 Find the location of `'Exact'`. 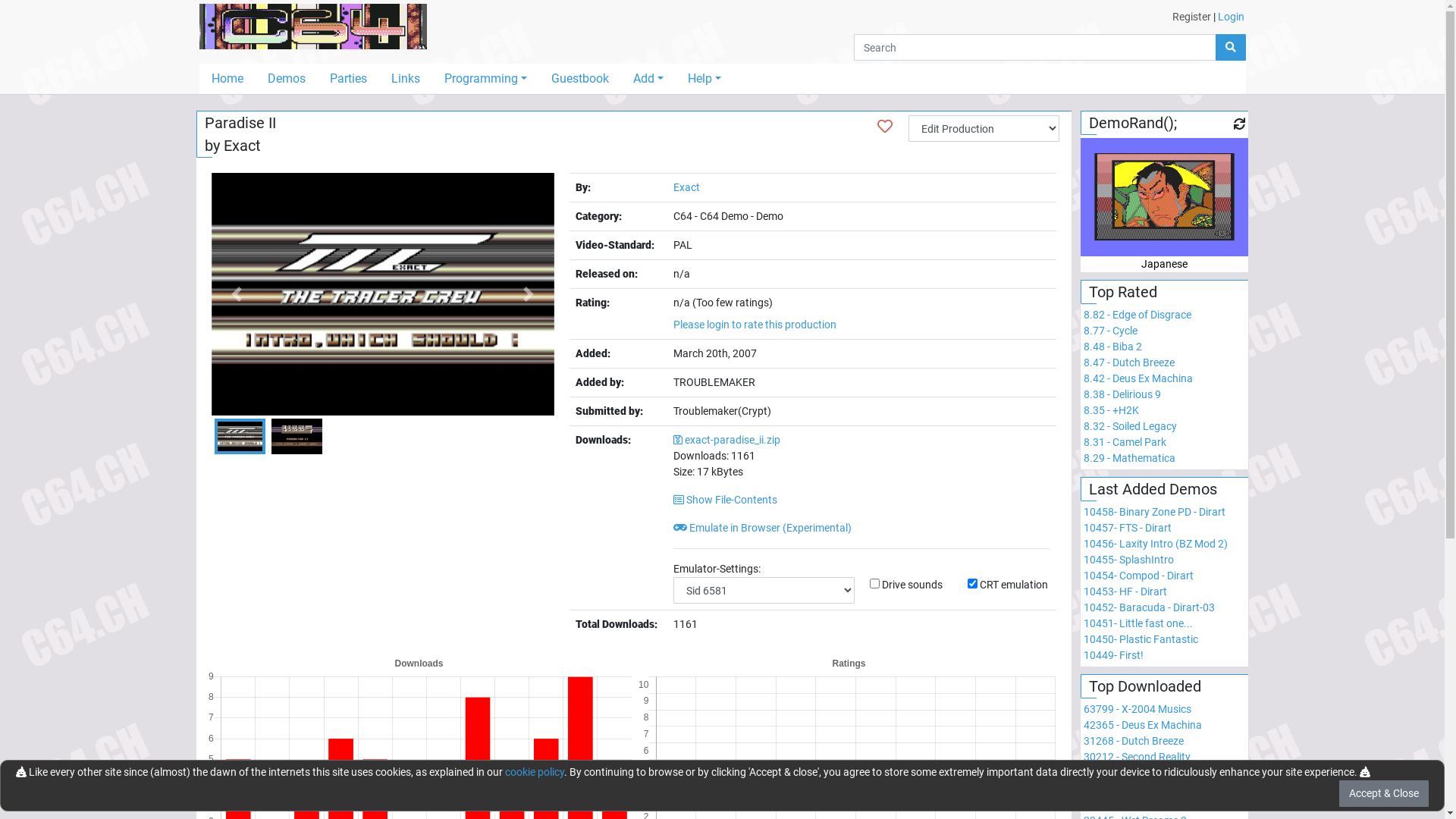

'Exact' is located at coordinates (686, 186).